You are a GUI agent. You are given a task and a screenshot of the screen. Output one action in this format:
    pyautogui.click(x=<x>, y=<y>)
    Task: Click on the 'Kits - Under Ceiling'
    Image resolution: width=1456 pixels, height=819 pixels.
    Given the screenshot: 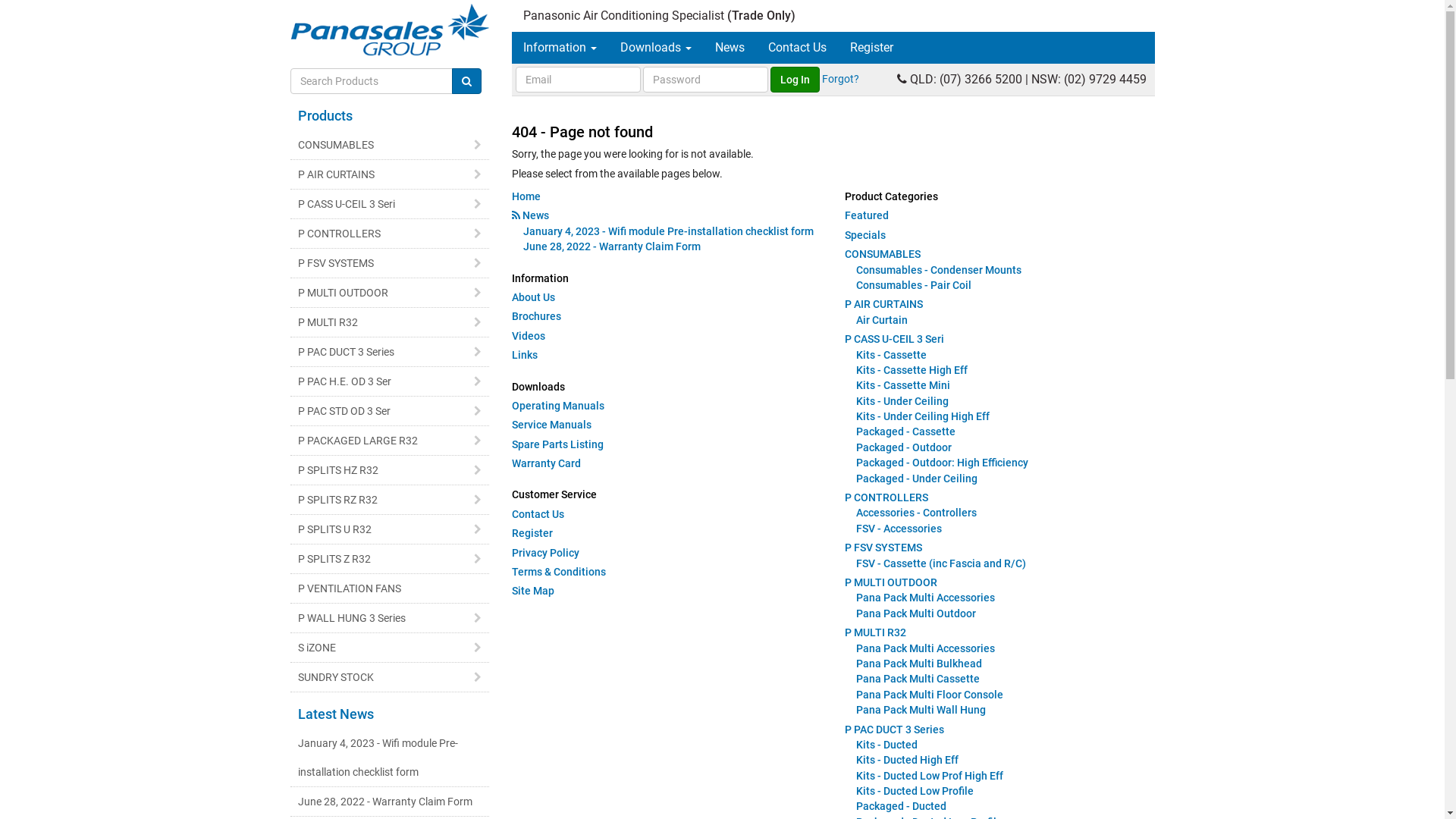 What is the action you would take?
    pyautogui.click(x=855, y=400)
    